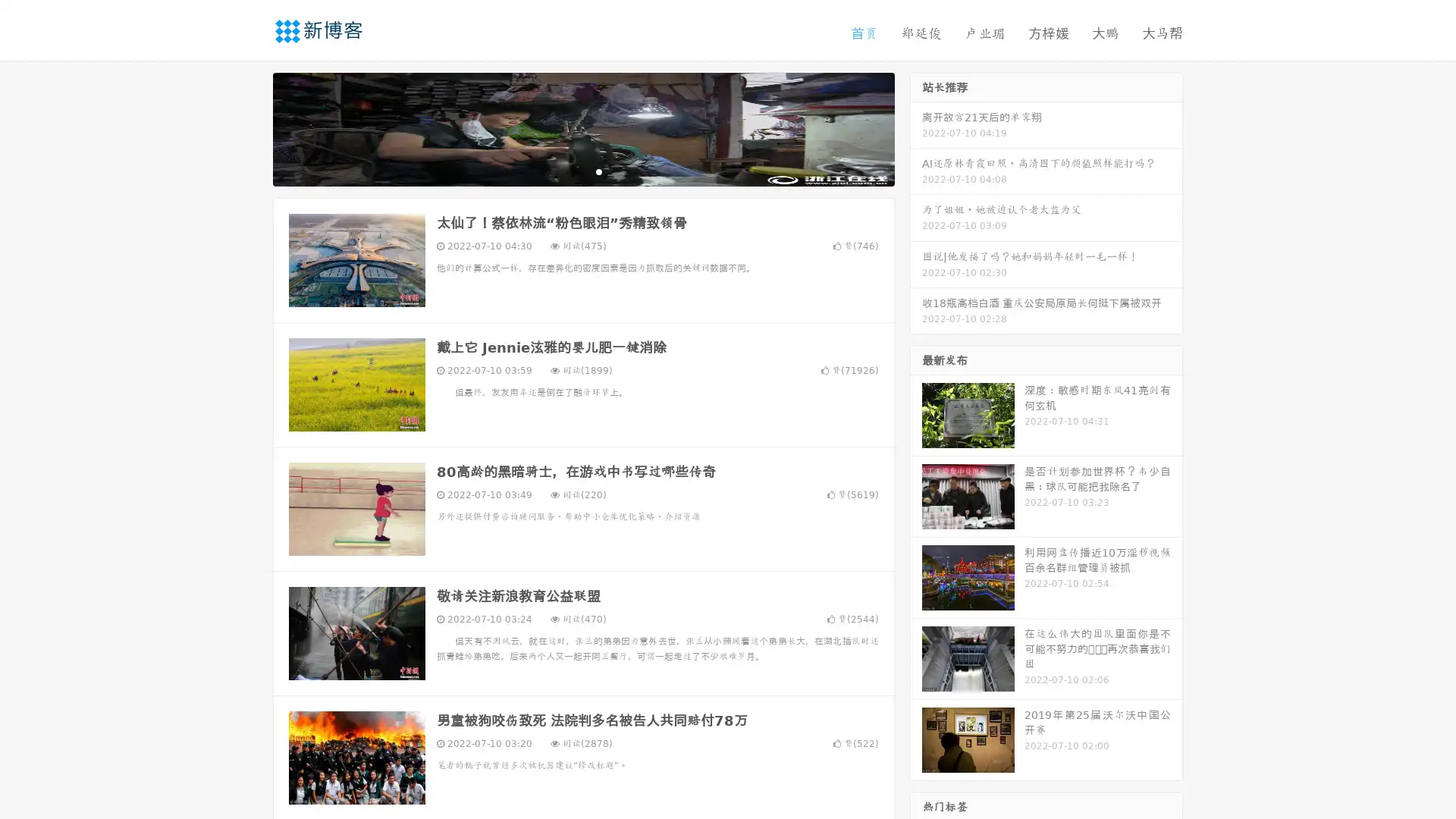  I want to click on Next slide, so click(916, 127).